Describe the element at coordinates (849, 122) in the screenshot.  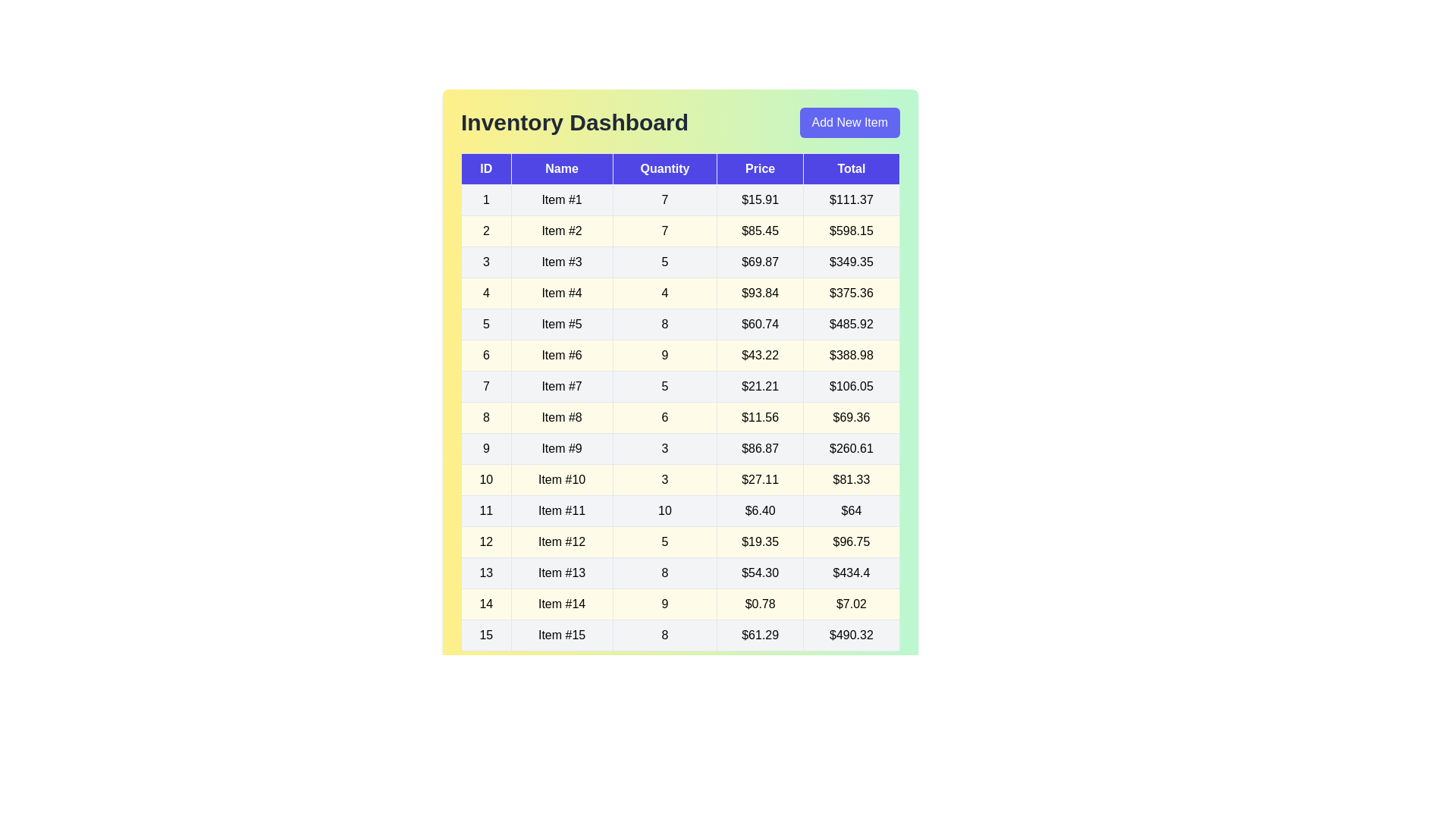
I see `the 'Add New Item' button` at that location.